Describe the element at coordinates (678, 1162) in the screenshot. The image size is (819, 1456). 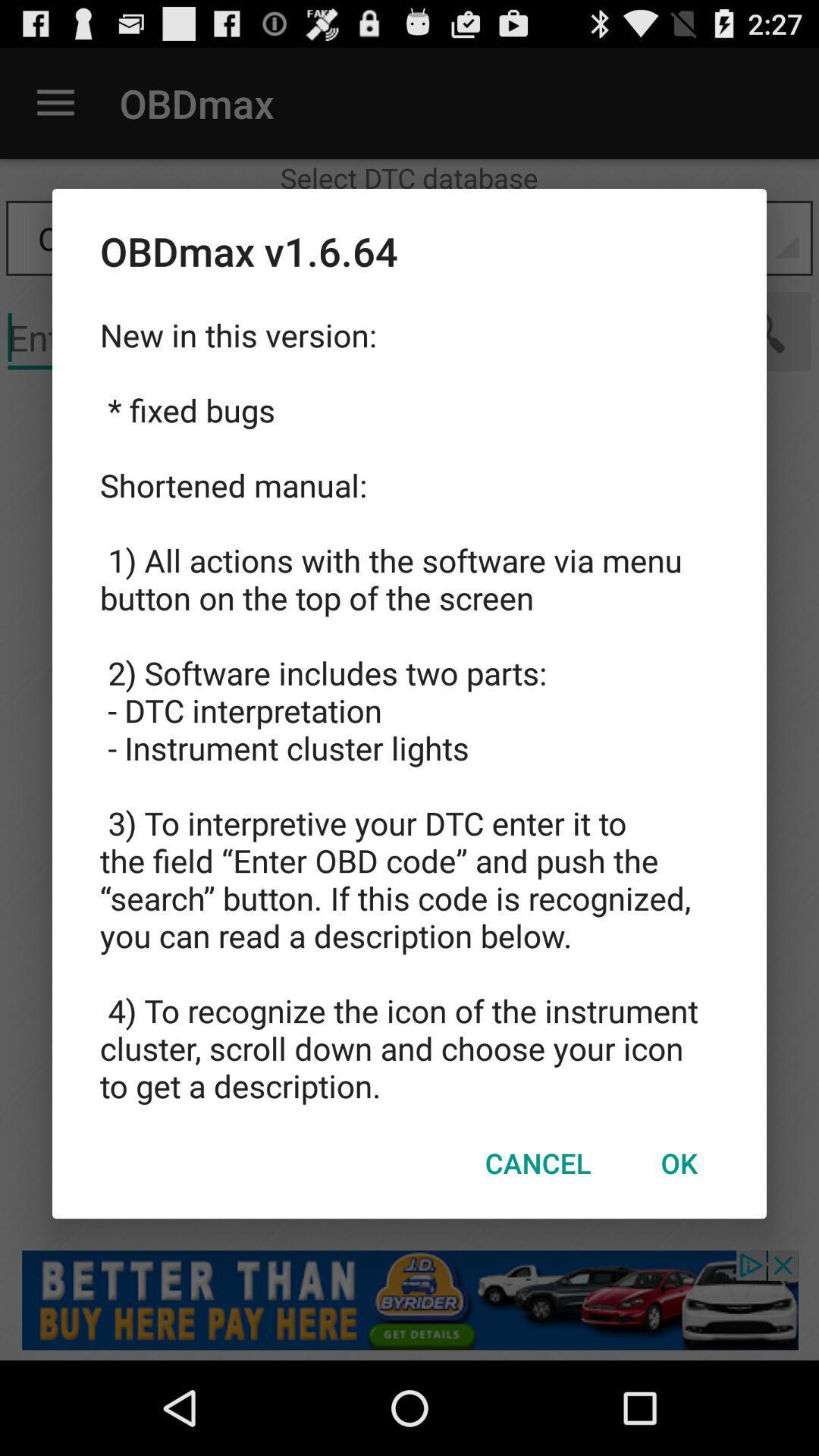
I see `the item below new in this icon` at that location.